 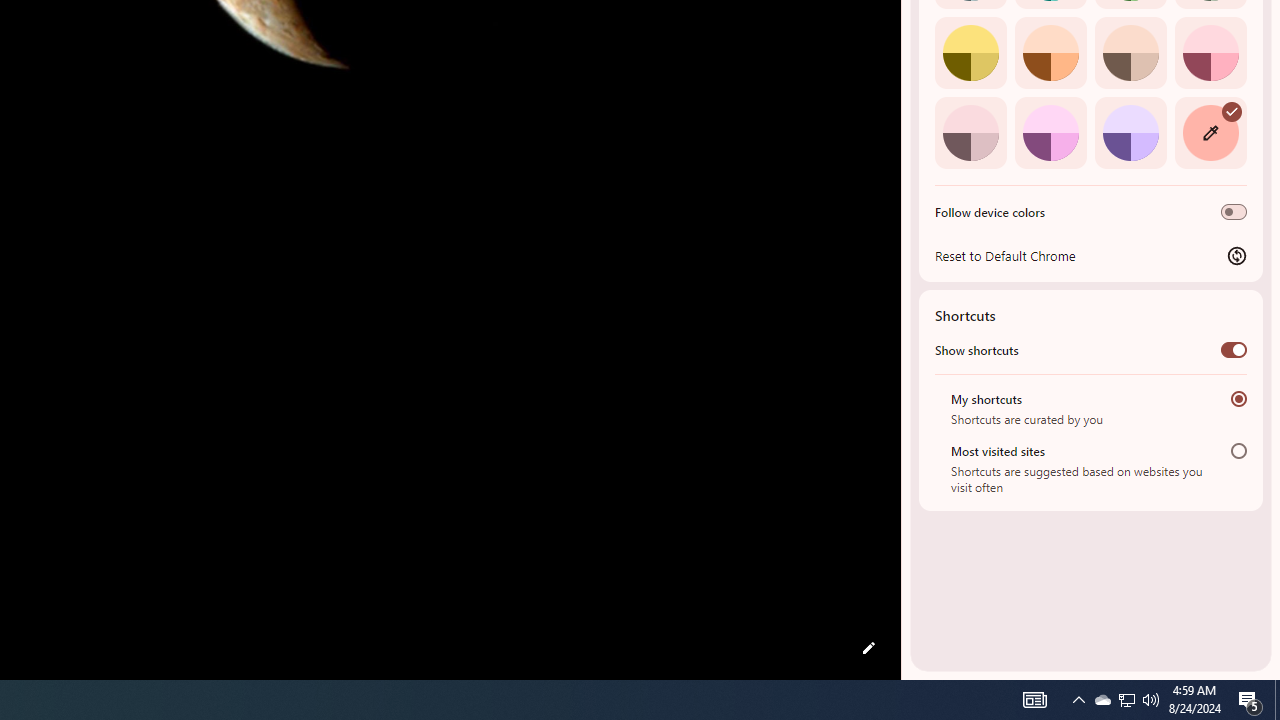 I want to click on 'Show shortcuts', so click(x=1232, y=348).